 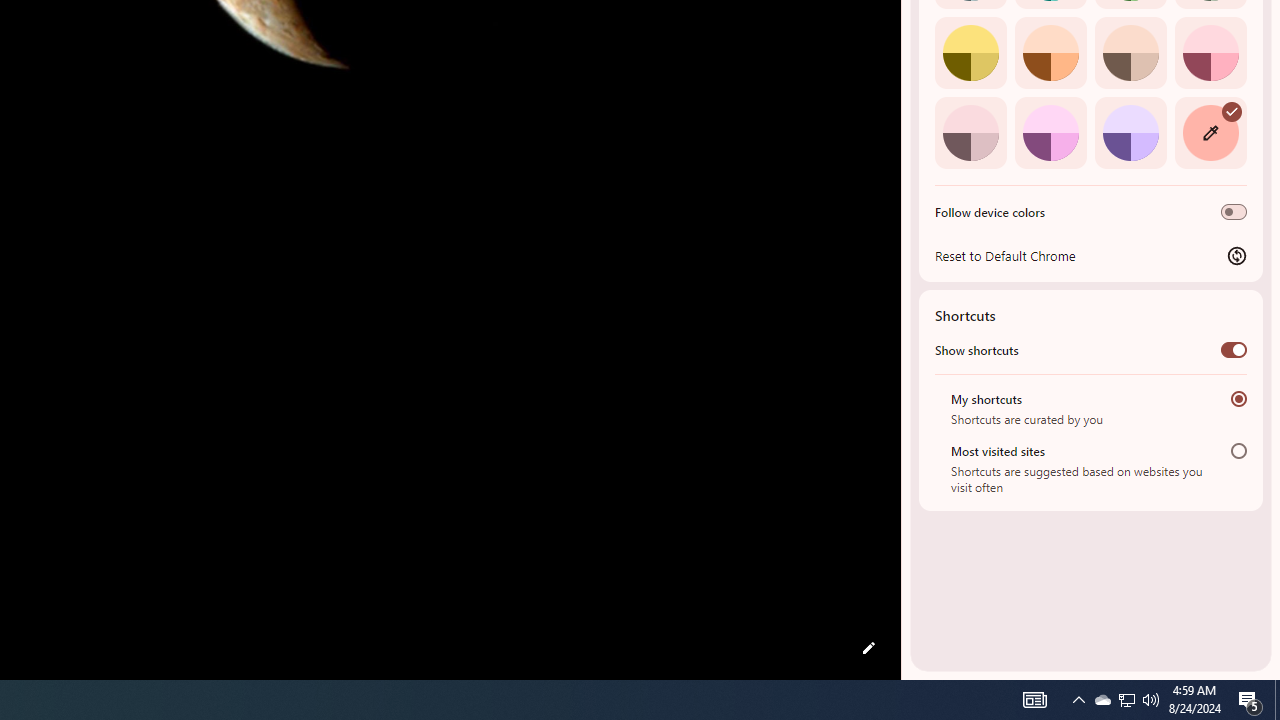 I want to click on 'Show shortcuts', so click(x=1232, y=348).